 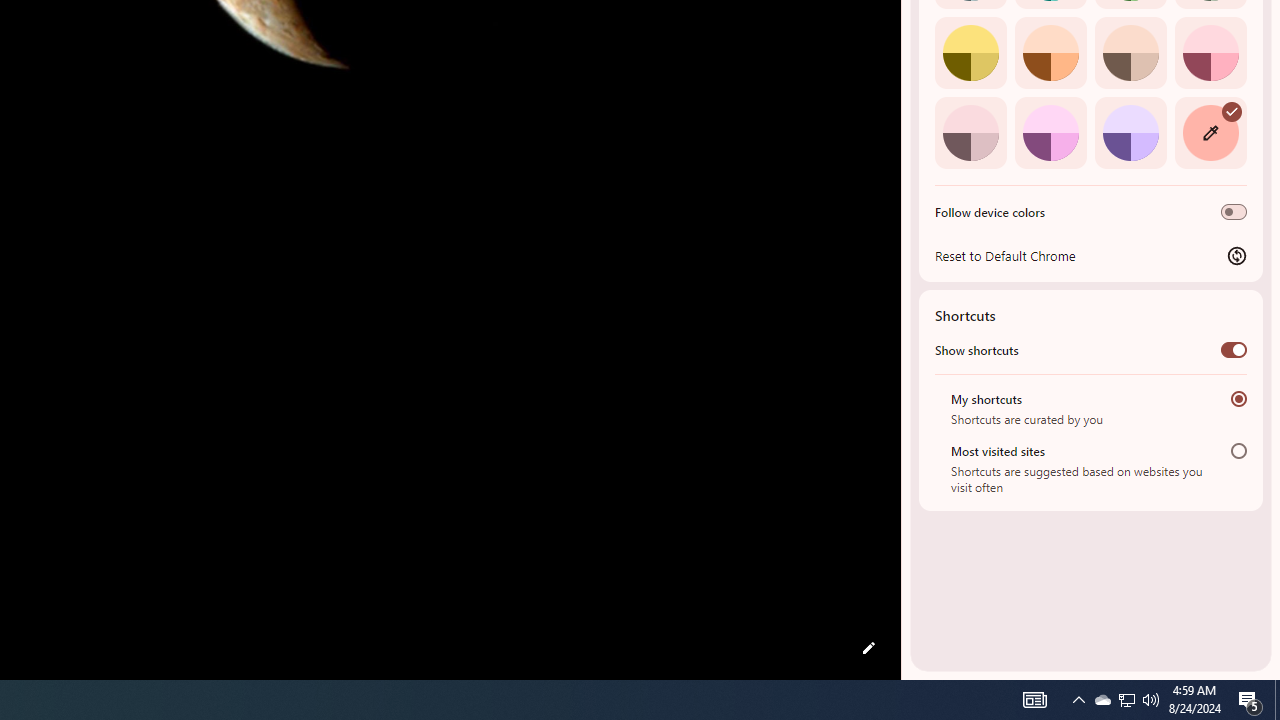 I want to click on 'Show shortcuts', so click(x=1232, y=348).